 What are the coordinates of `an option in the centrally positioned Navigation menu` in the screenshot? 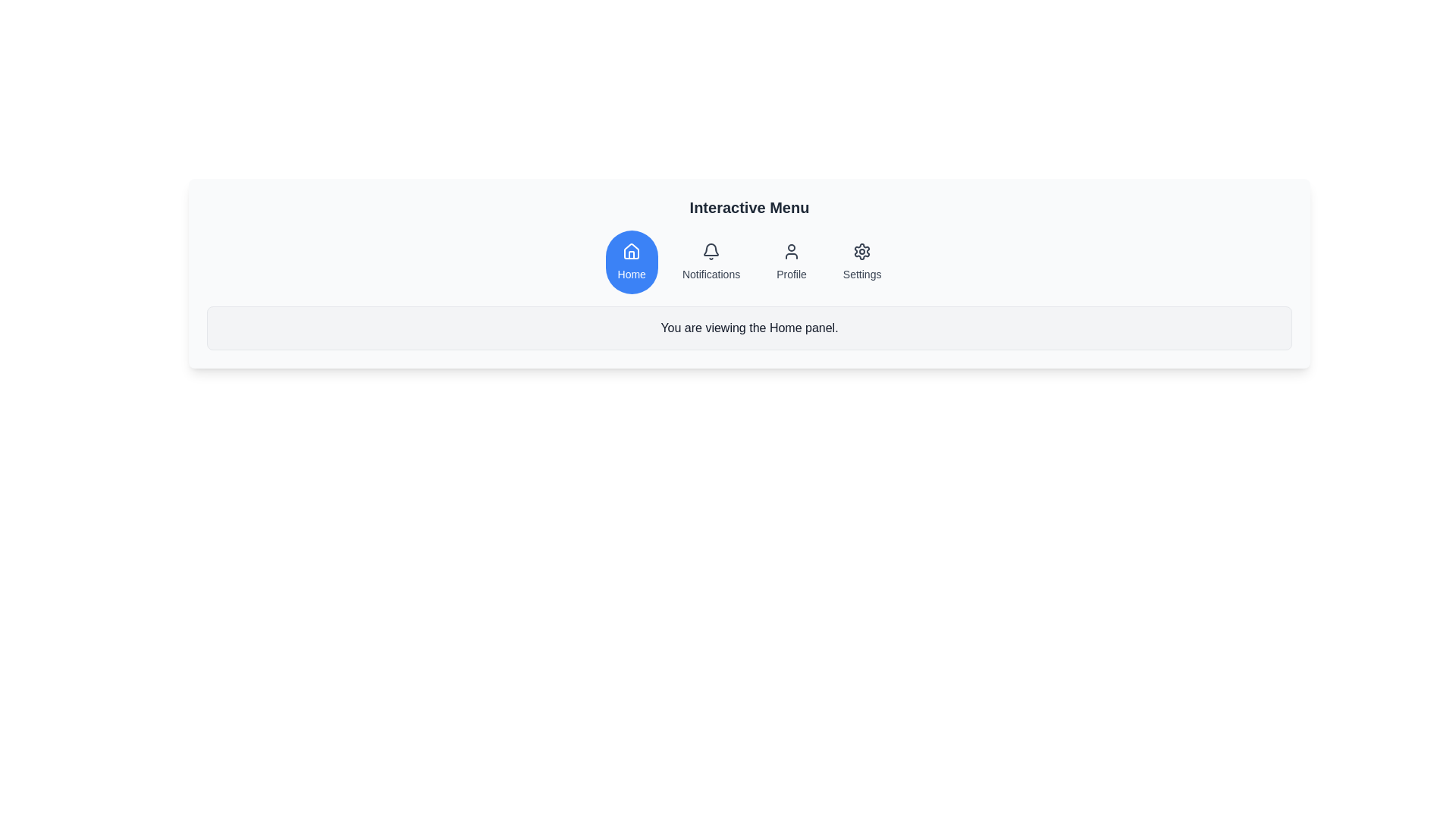 It's located at (749, 262).